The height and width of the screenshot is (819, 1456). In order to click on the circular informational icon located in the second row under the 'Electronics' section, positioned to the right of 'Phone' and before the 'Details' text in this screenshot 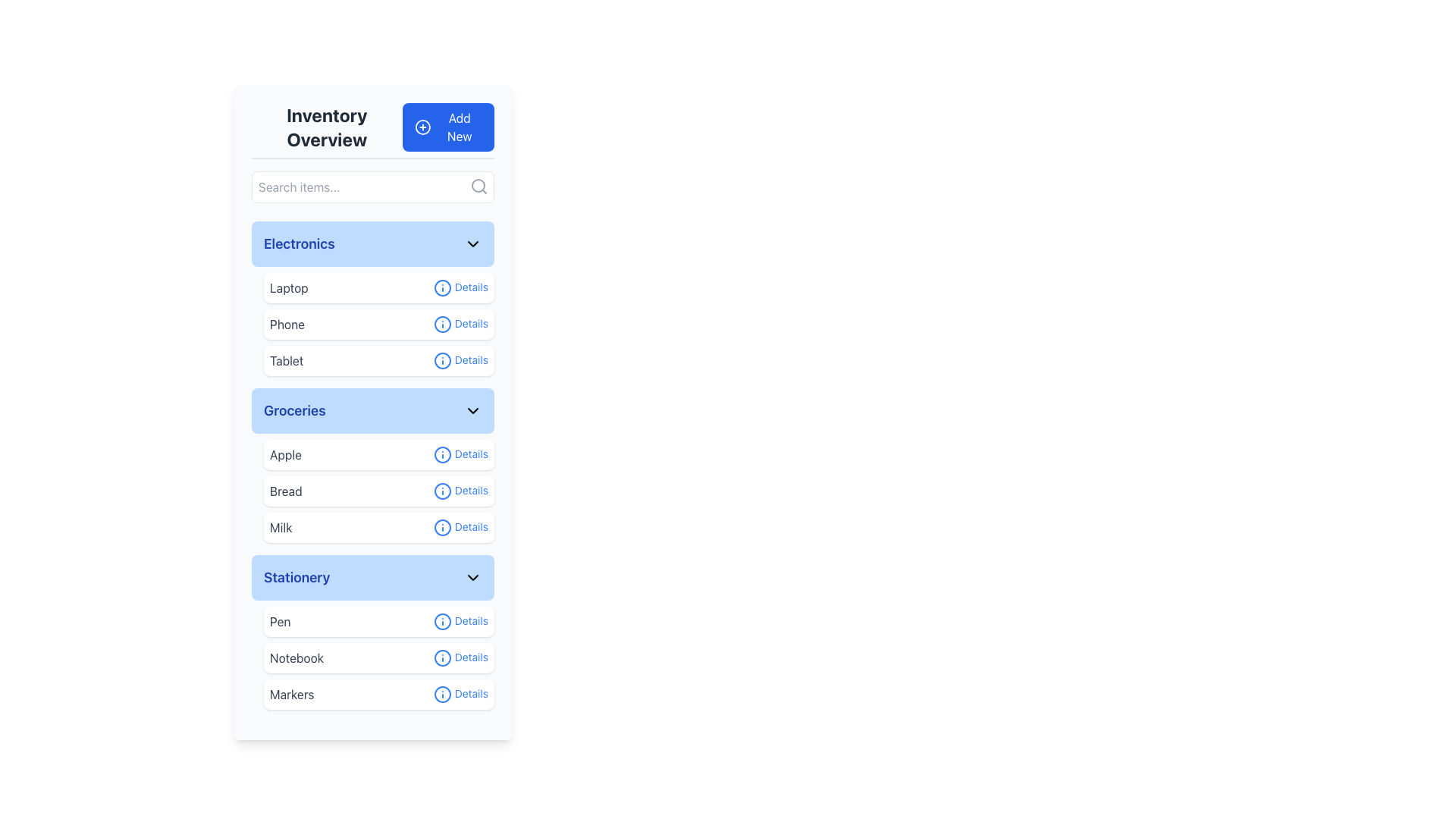, I will do `click(441, 324)`.